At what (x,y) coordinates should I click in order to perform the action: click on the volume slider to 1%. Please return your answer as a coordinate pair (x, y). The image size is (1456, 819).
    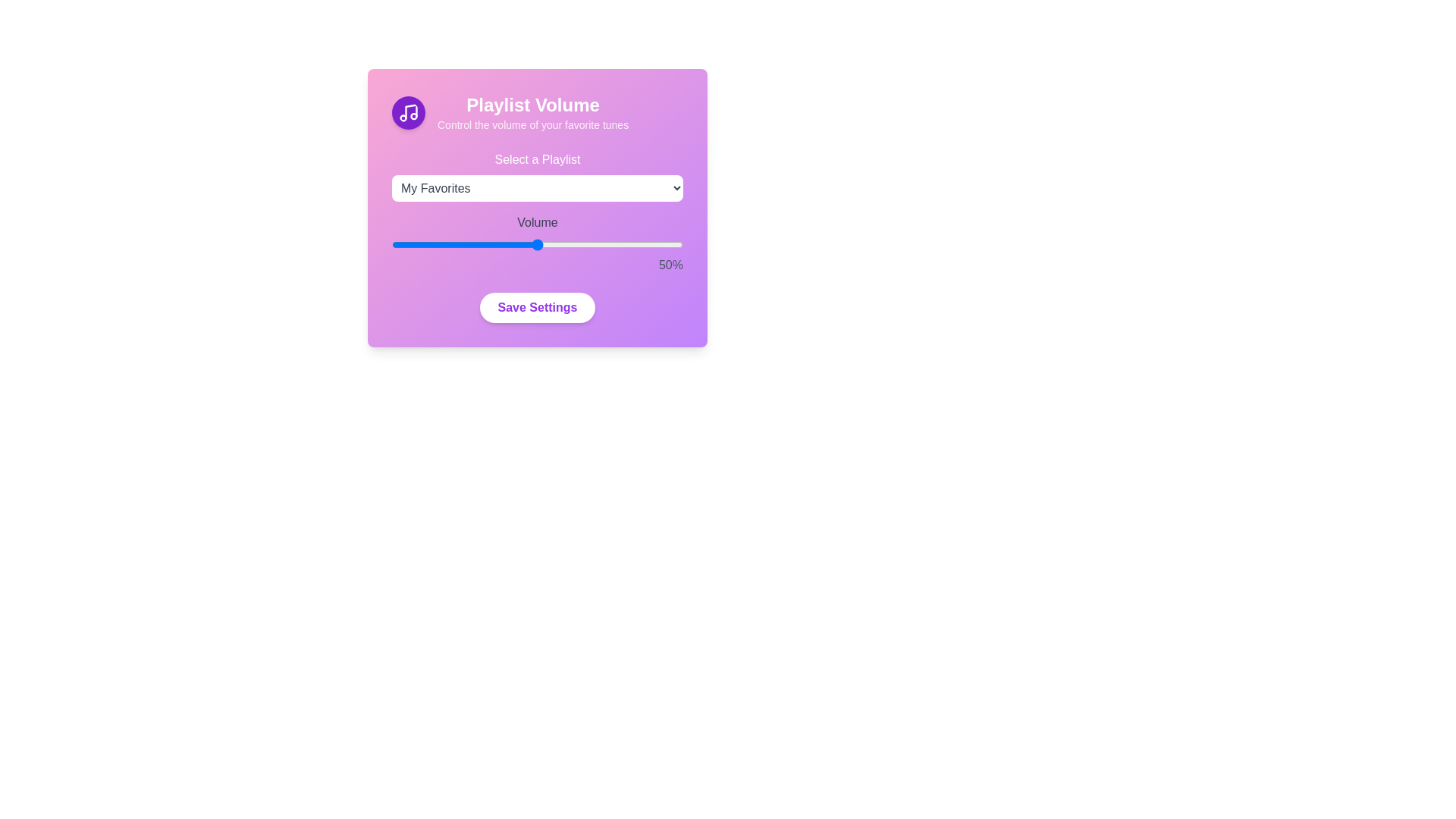
    Looking at the image, I should click on (394, 244).